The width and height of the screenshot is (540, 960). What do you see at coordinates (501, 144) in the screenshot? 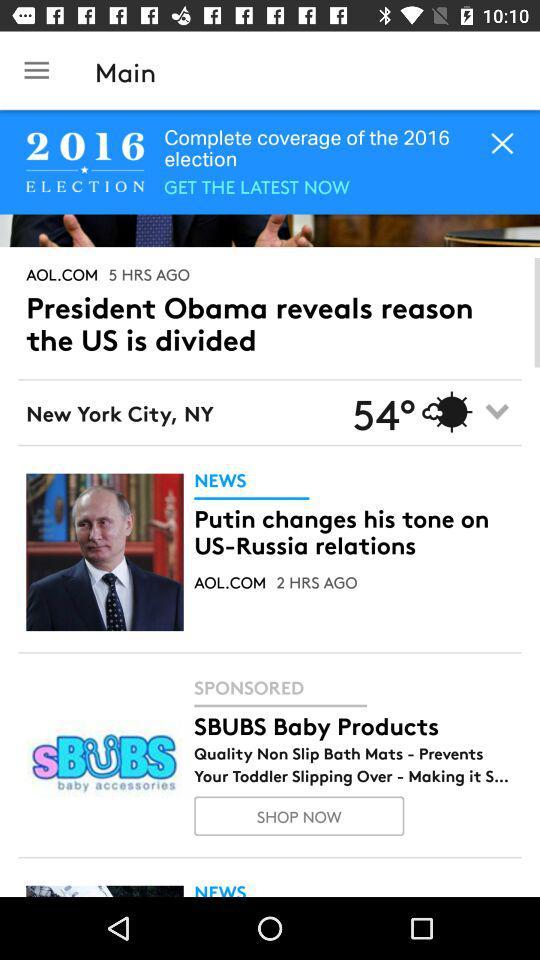
I see `the close icon` at bounding box center [501, 144].